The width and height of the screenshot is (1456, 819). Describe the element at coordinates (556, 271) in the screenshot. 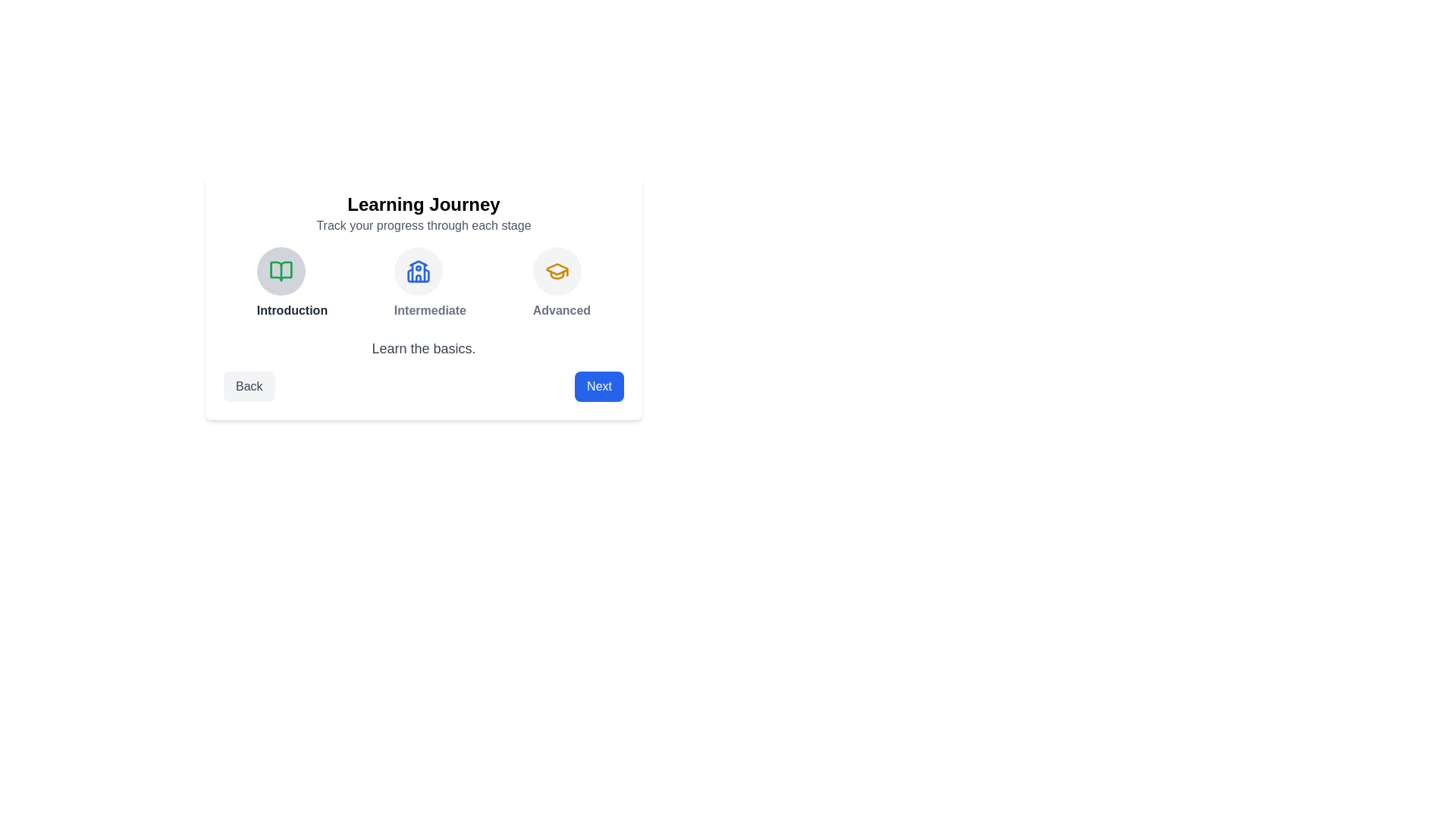

I see `the step icon corresponding to Advanced to navigate to that step` at that location.